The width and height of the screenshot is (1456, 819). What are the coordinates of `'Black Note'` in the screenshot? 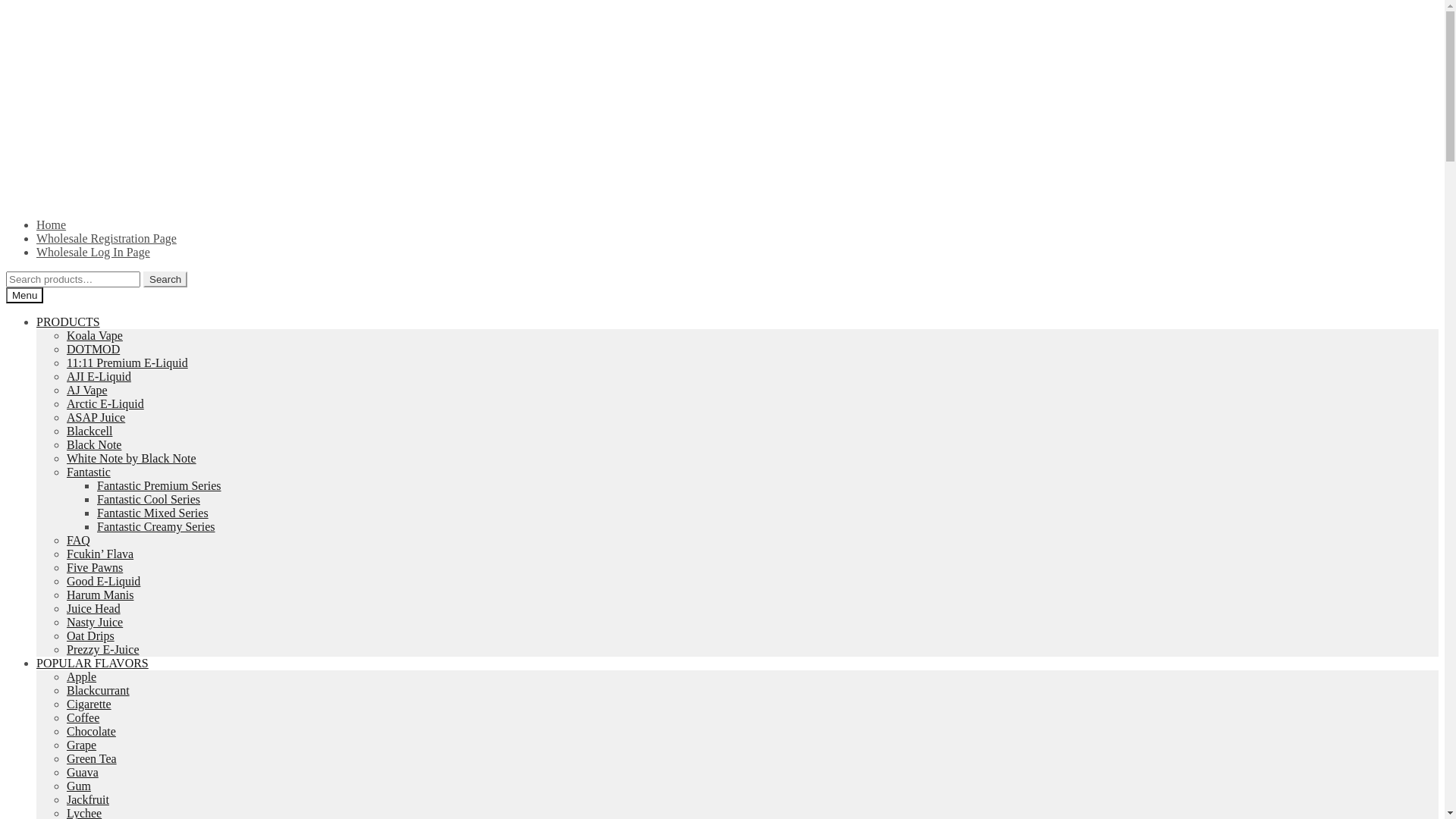 It's located at (93, 444).